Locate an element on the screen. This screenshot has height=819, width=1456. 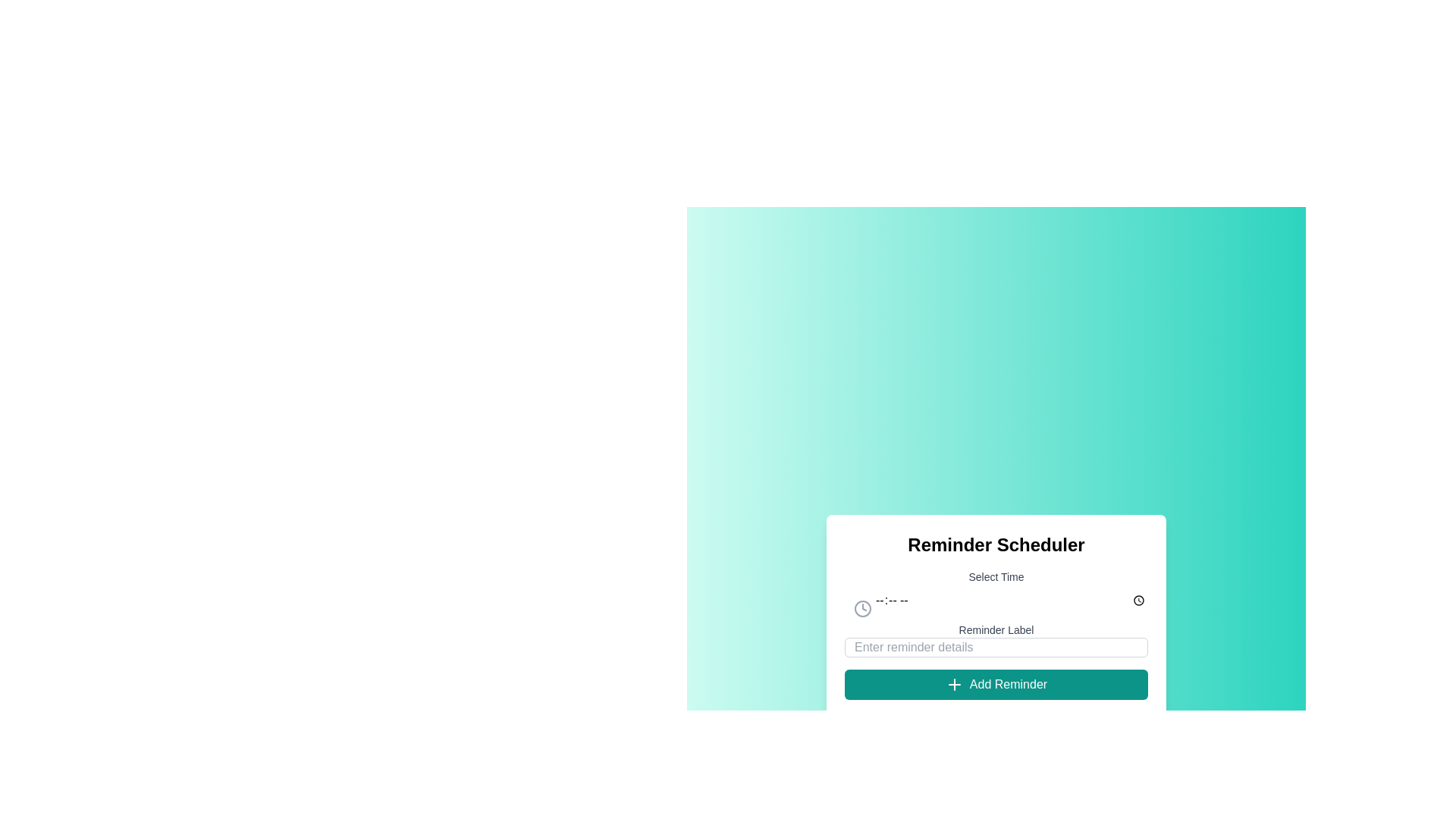
the plus sign icon on the left side of the 'Add Reminder' button is located at coordinates (953, 684).